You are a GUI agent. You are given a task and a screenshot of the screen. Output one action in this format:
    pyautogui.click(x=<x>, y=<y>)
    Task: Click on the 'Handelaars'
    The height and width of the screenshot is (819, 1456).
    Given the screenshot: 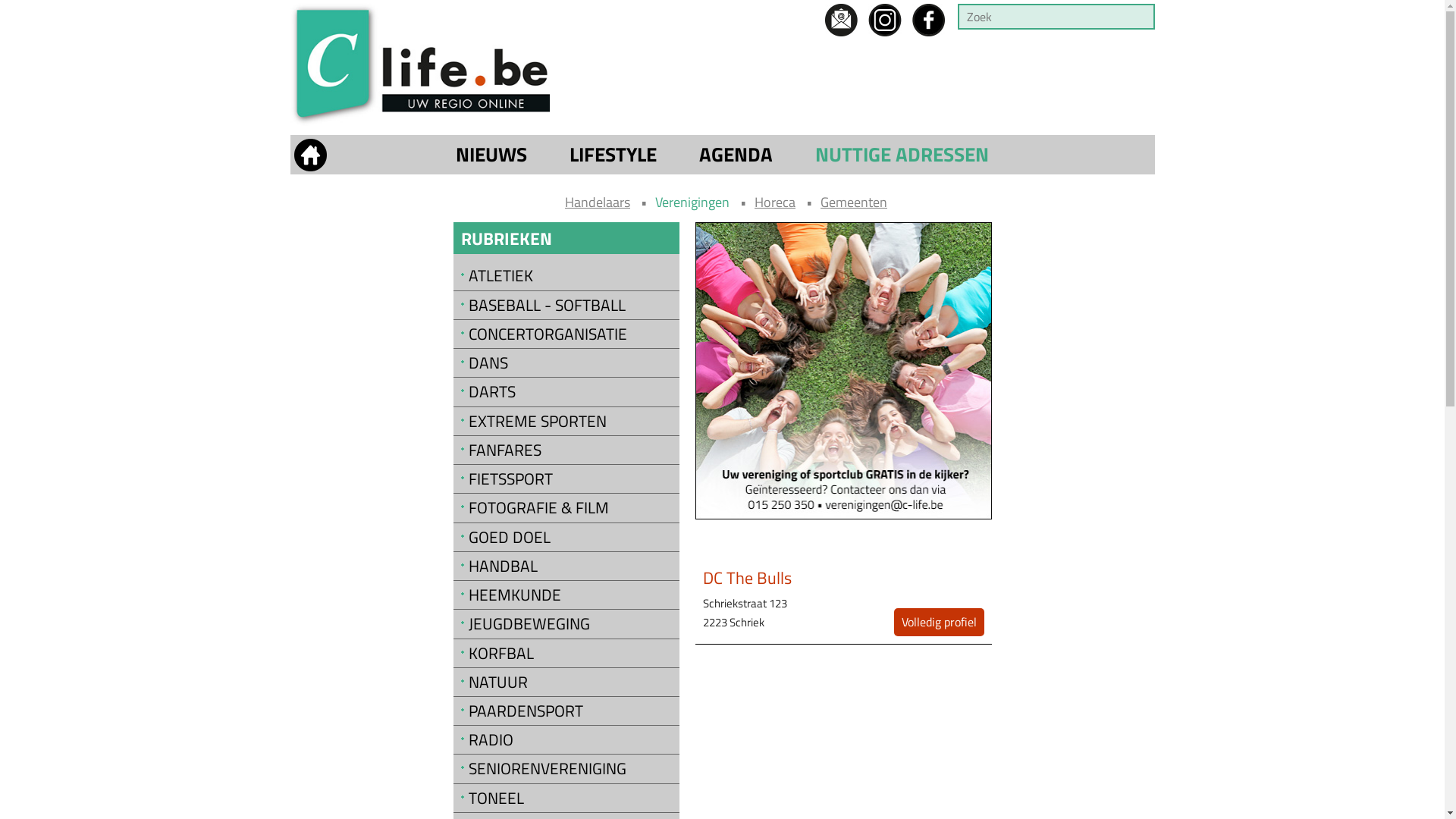 What is the action you would take?
    pyautogui.click(x=596, y=201)
    